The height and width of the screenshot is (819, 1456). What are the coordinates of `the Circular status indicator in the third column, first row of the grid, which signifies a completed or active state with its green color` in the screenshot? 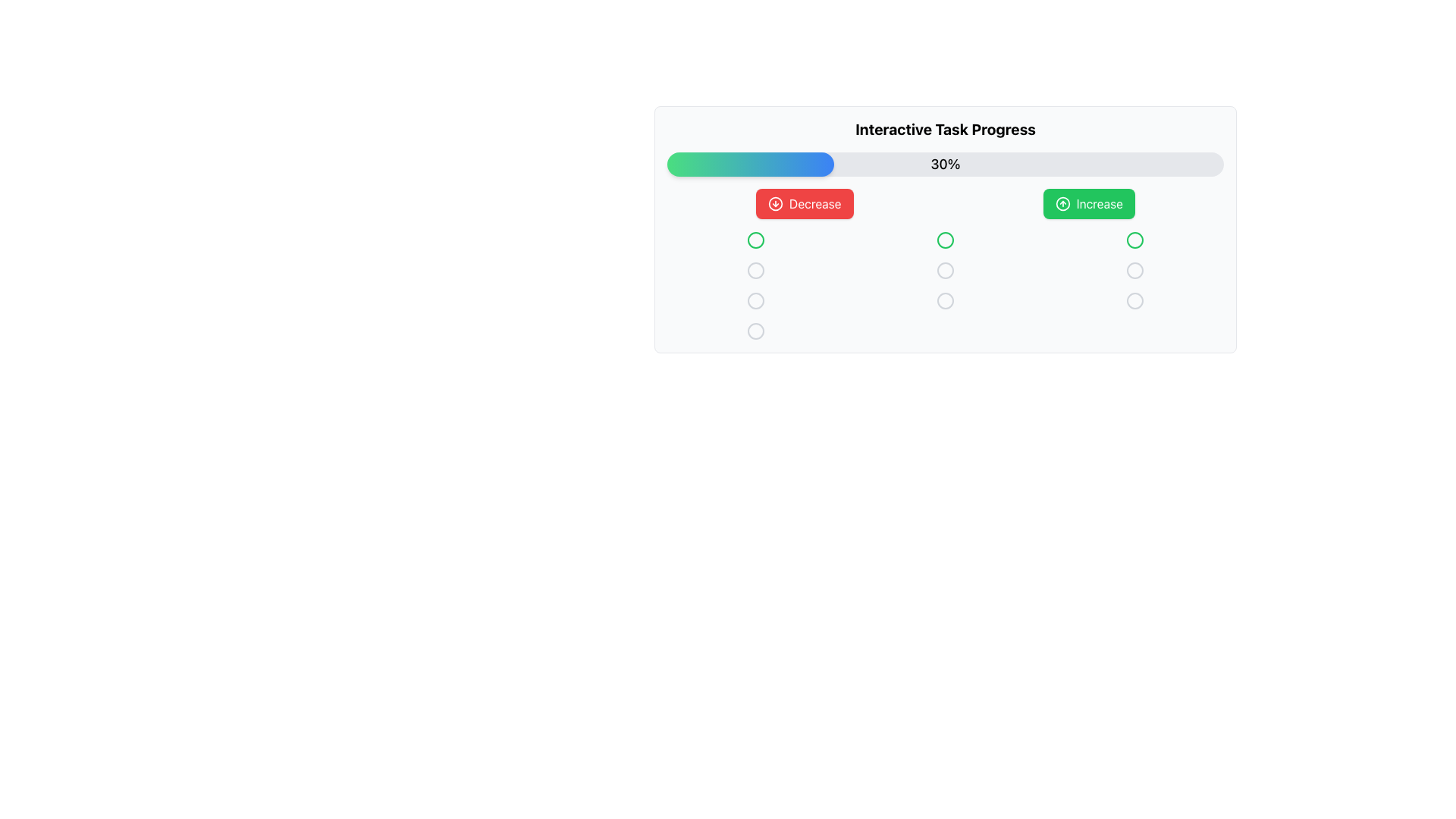 It's located at (1135, 239).